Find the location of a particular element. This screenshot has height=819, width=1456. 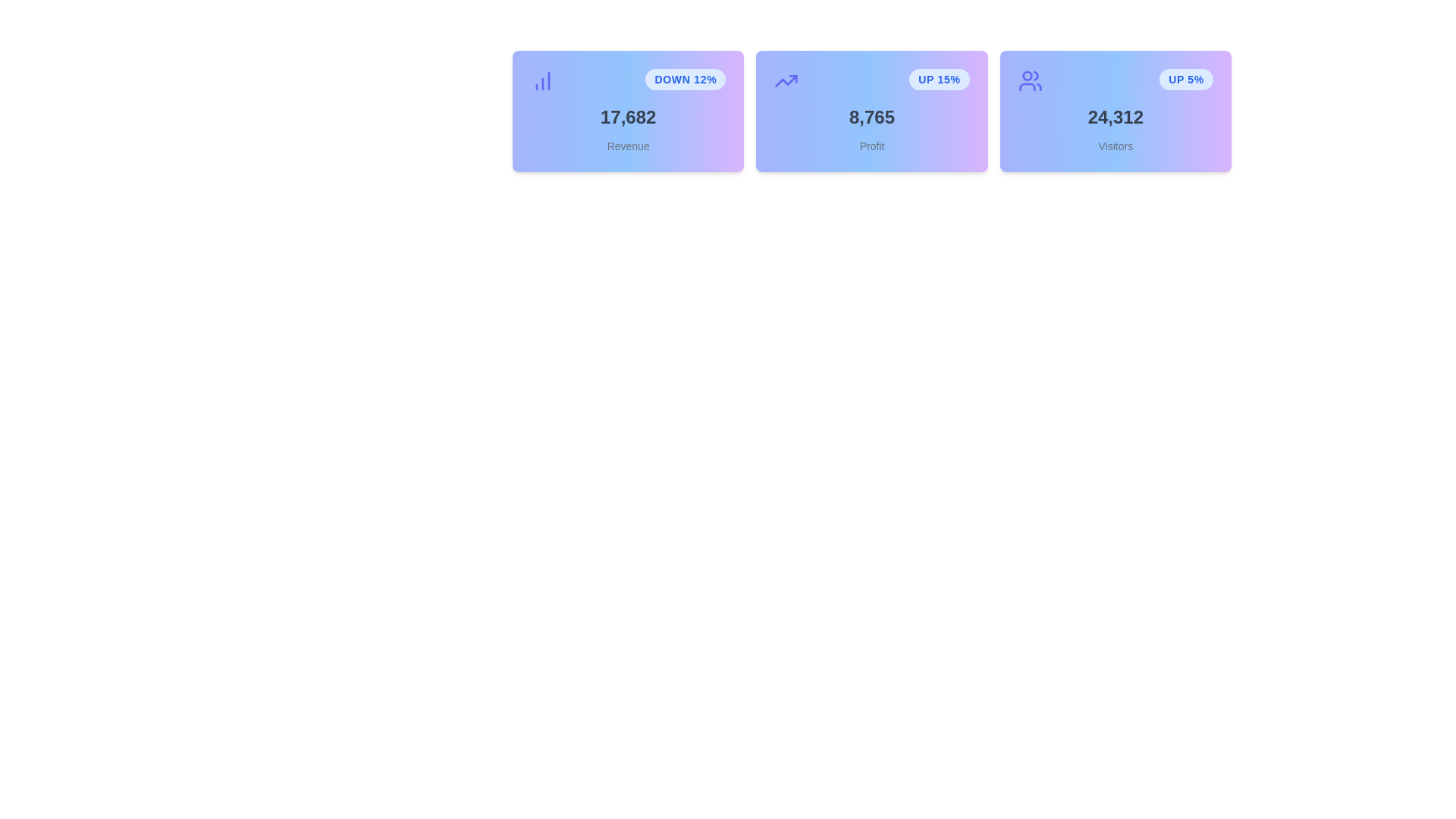

numeric value '17,682' from the bold, dark gray text label located within the brightly colored gradient card, positioned below the 'Down 12%' label and chart icon is located at coordinates (628, 116).